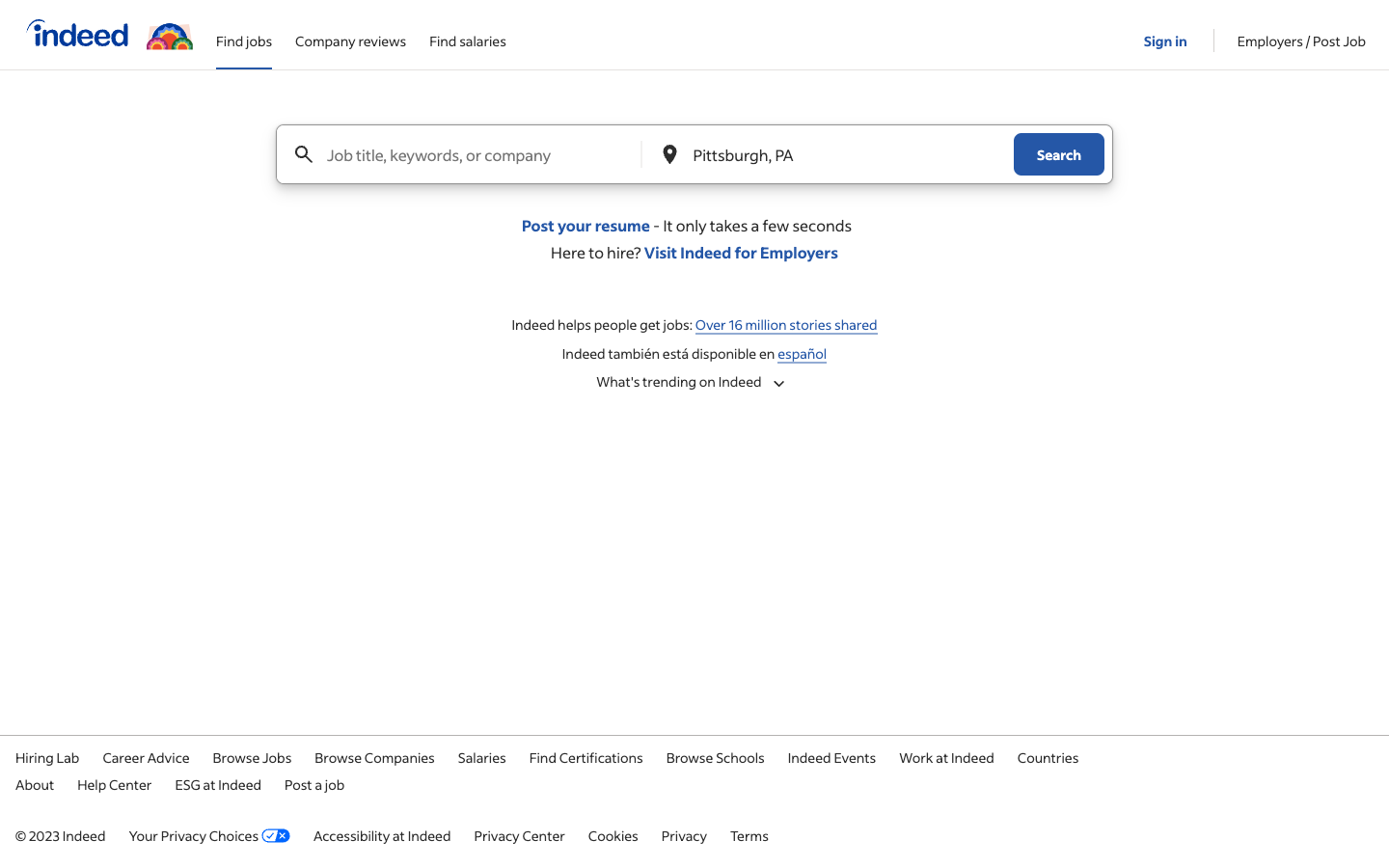 The width and height of the screenshot is (1389, 868). I want to click on the job destination to New York, so click(831, 154).